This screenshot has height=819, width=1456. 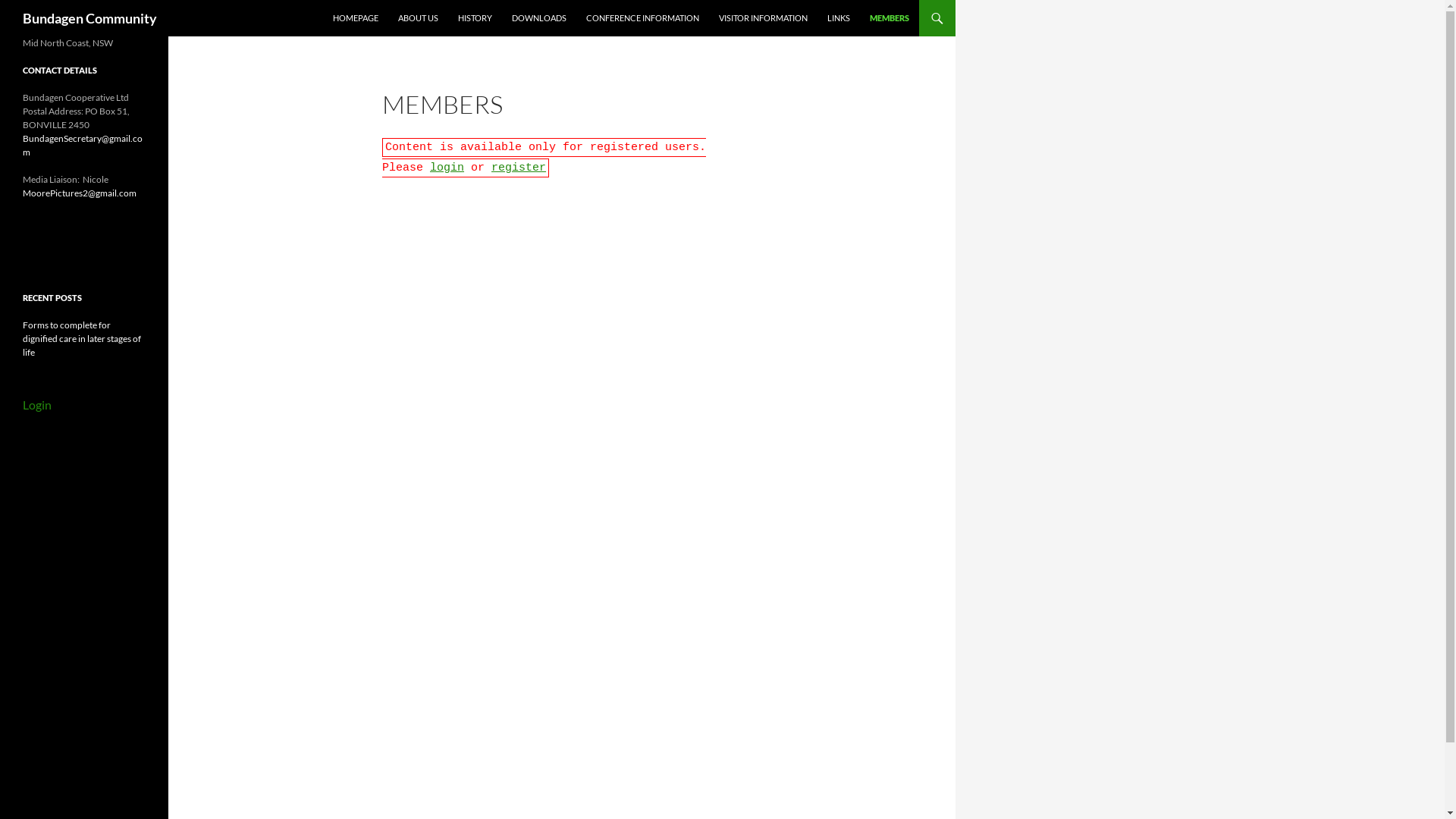 What do you see at coordinates (538, 17) in the screenshot?
I see `'DOWNLOADS'` at bounding box center [538, 17].